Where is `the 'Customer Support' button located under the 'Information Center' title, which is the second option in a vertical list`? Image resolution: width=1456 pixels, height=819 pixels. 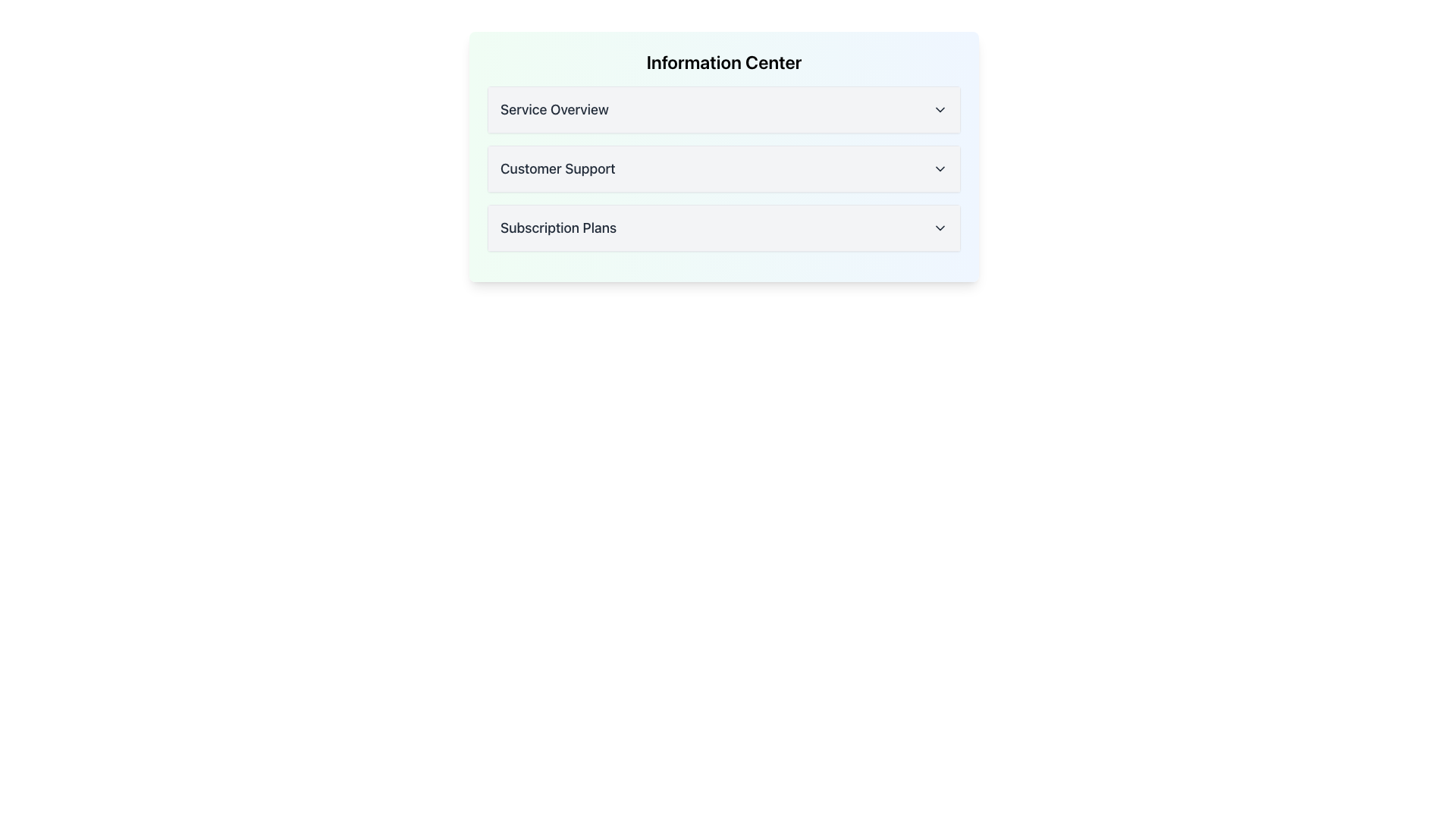 the 'Customer Support' button located under the 'Information Center' title, which is the second option in a vertical list is located at coordinates (723, 169).